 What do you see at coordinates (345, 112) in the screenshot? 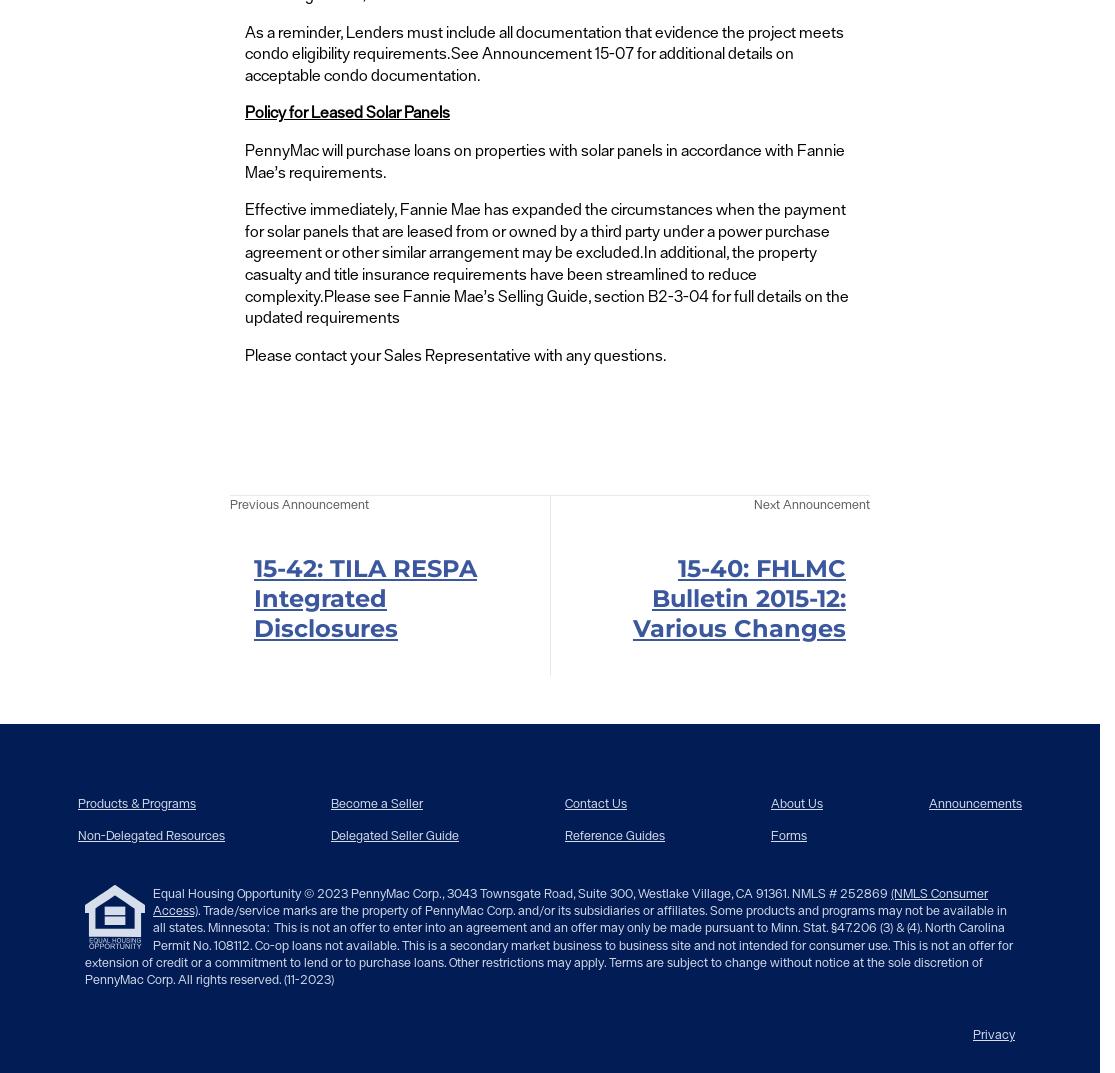
I see `'Policy for Leased Solar Panels'` at bounding box center [345, 112].